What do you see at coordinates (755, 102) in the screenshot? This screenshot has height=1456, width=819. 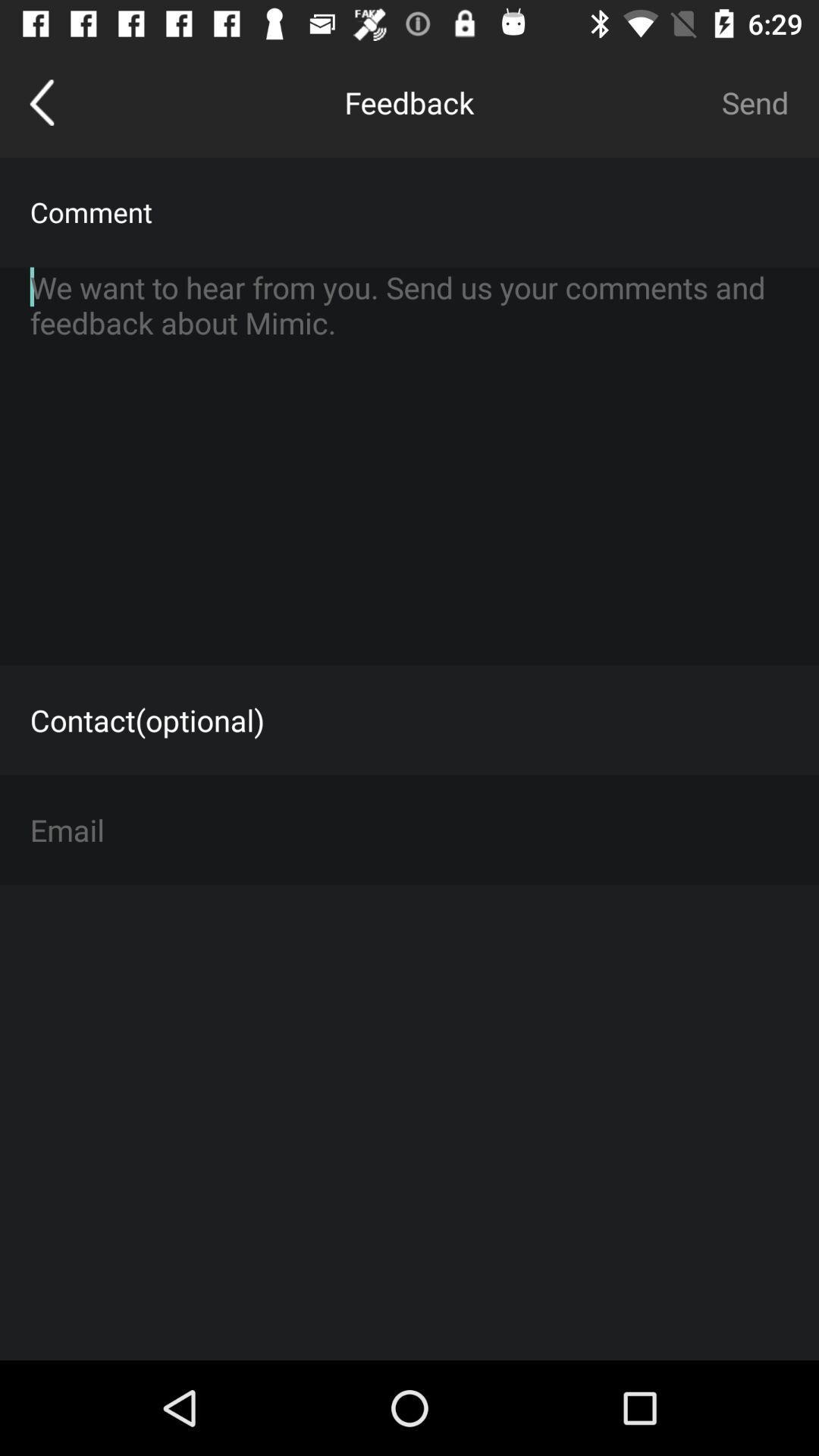 I see `send icon` at bounding box center [755, 102].